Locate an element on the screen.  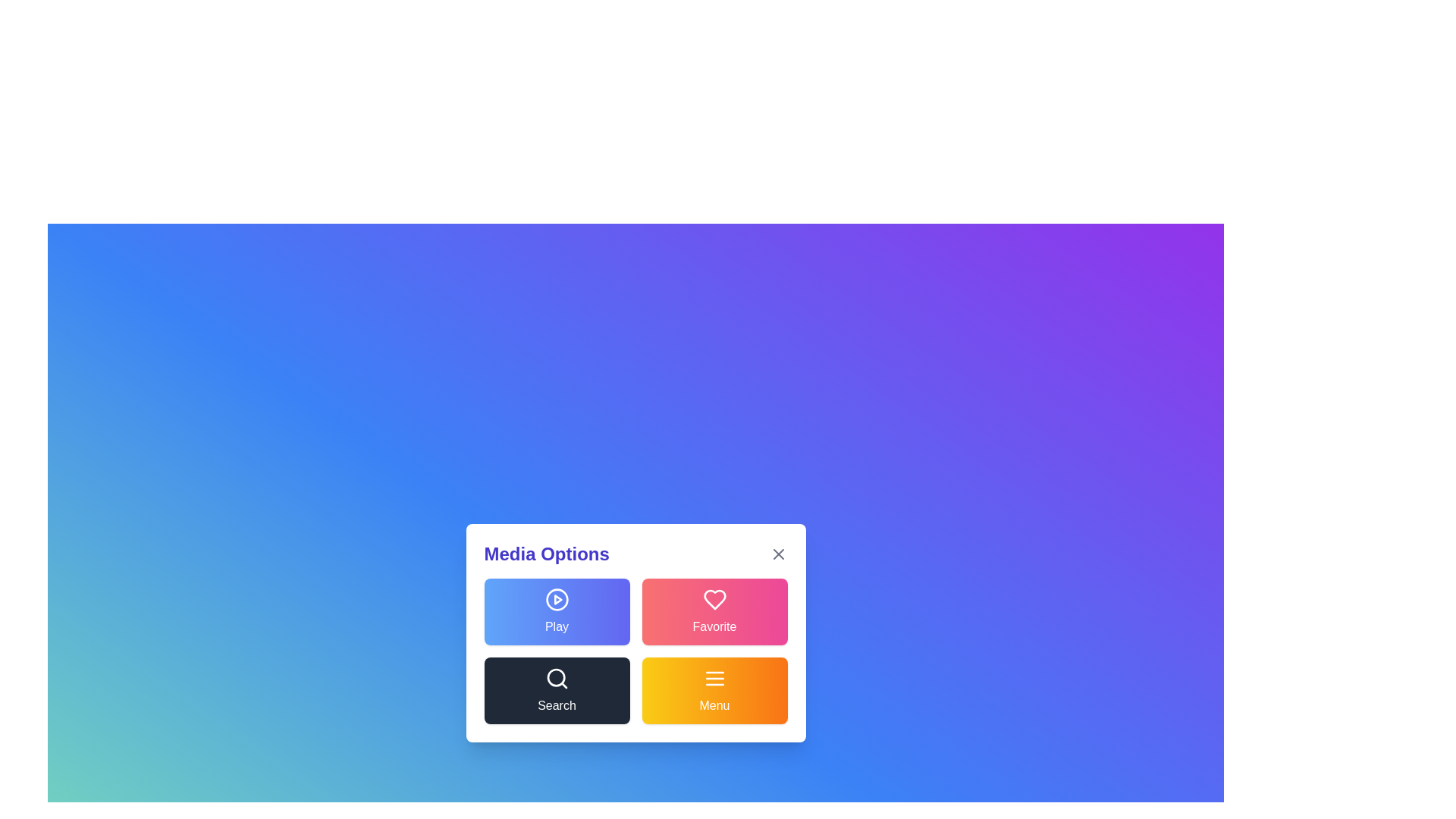
the menu icon is located at coordinates (714, 677).